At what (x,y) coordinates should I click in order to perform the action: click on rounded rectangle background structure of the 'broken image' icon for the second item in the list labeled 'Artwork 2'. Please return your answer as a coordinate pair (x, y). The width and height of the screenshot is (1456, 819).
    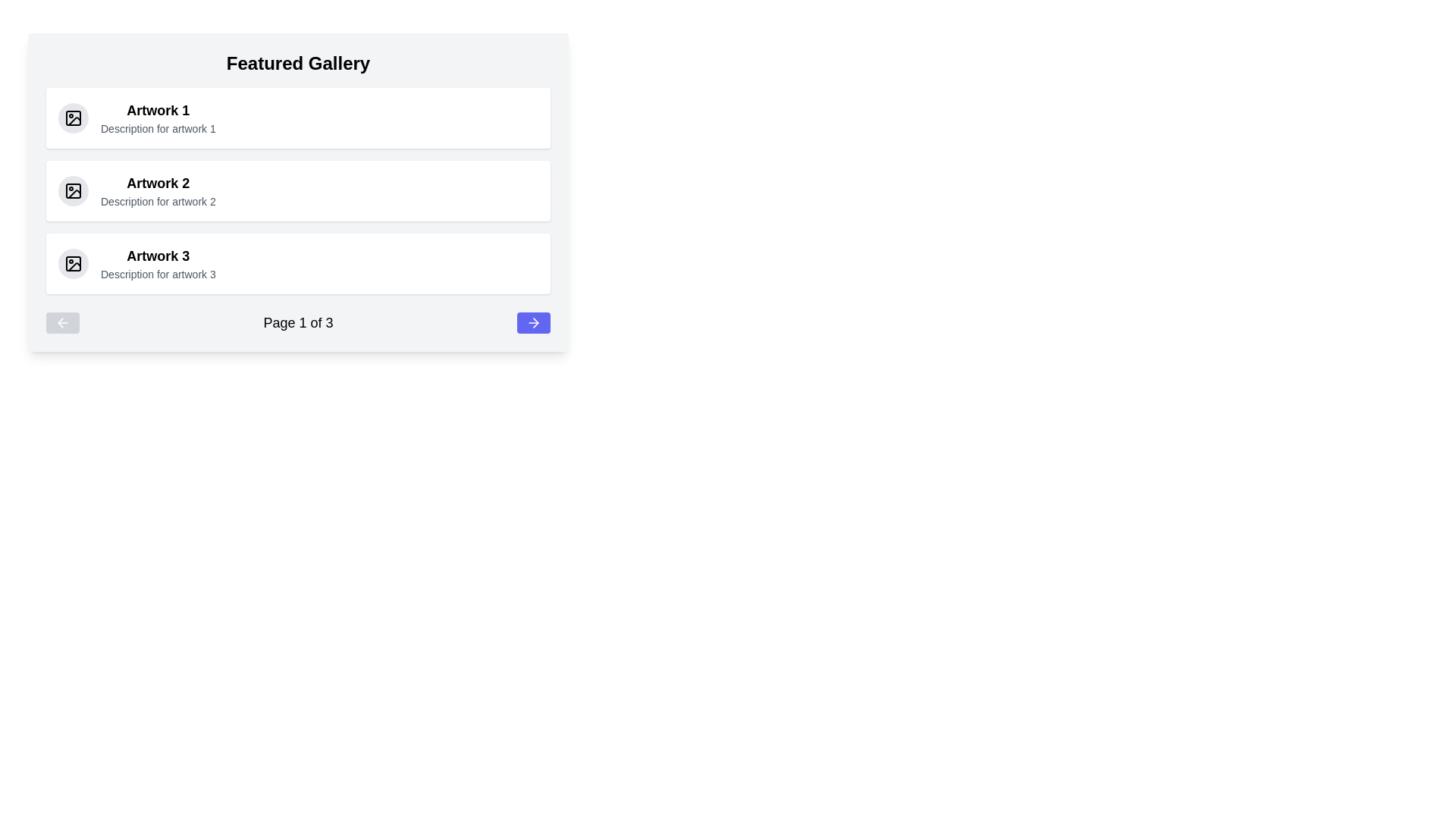
    Looking at the image, I should click on (72, 190).